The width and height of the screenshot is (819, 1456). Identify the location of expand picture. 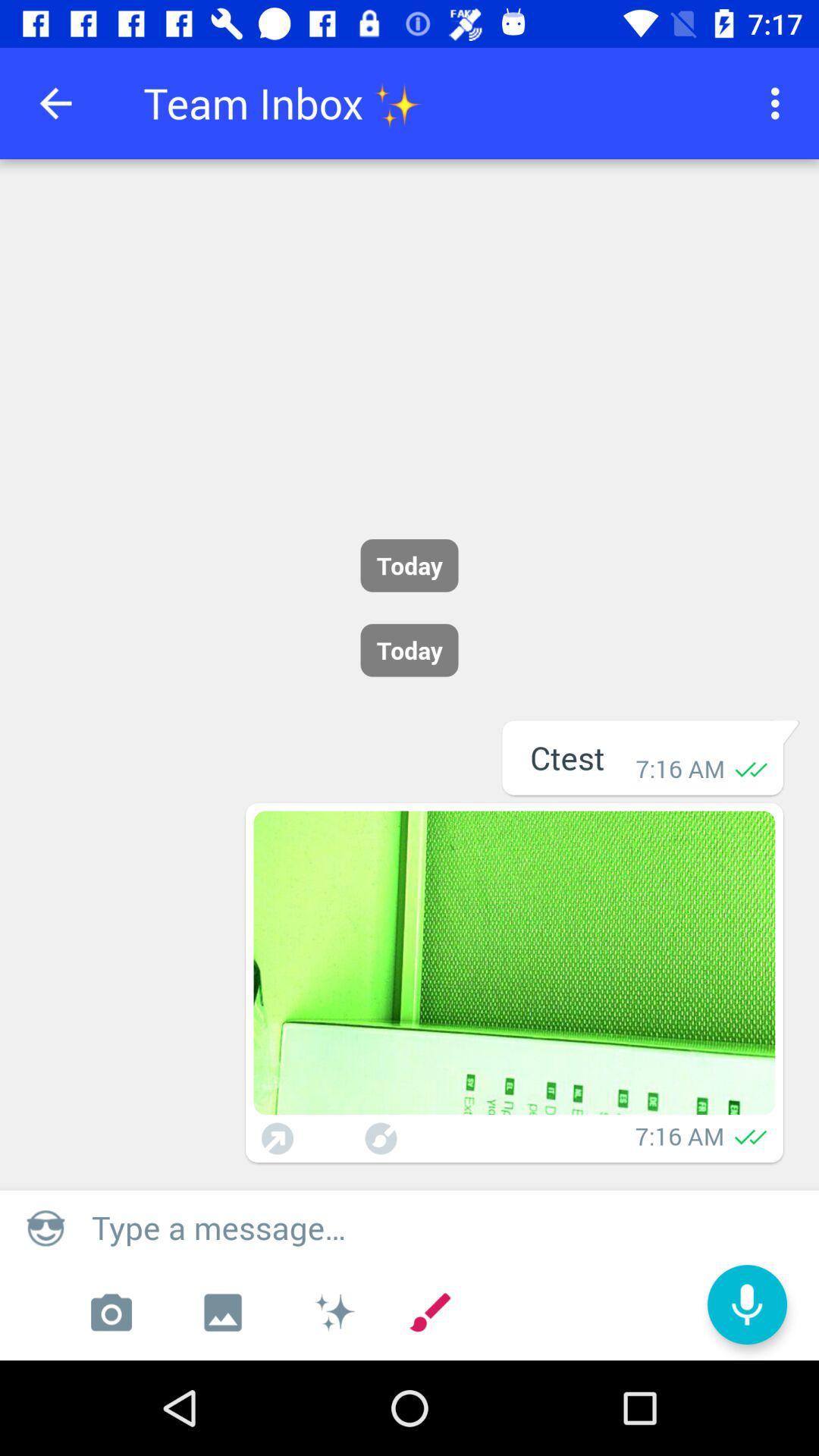
(513, 962).